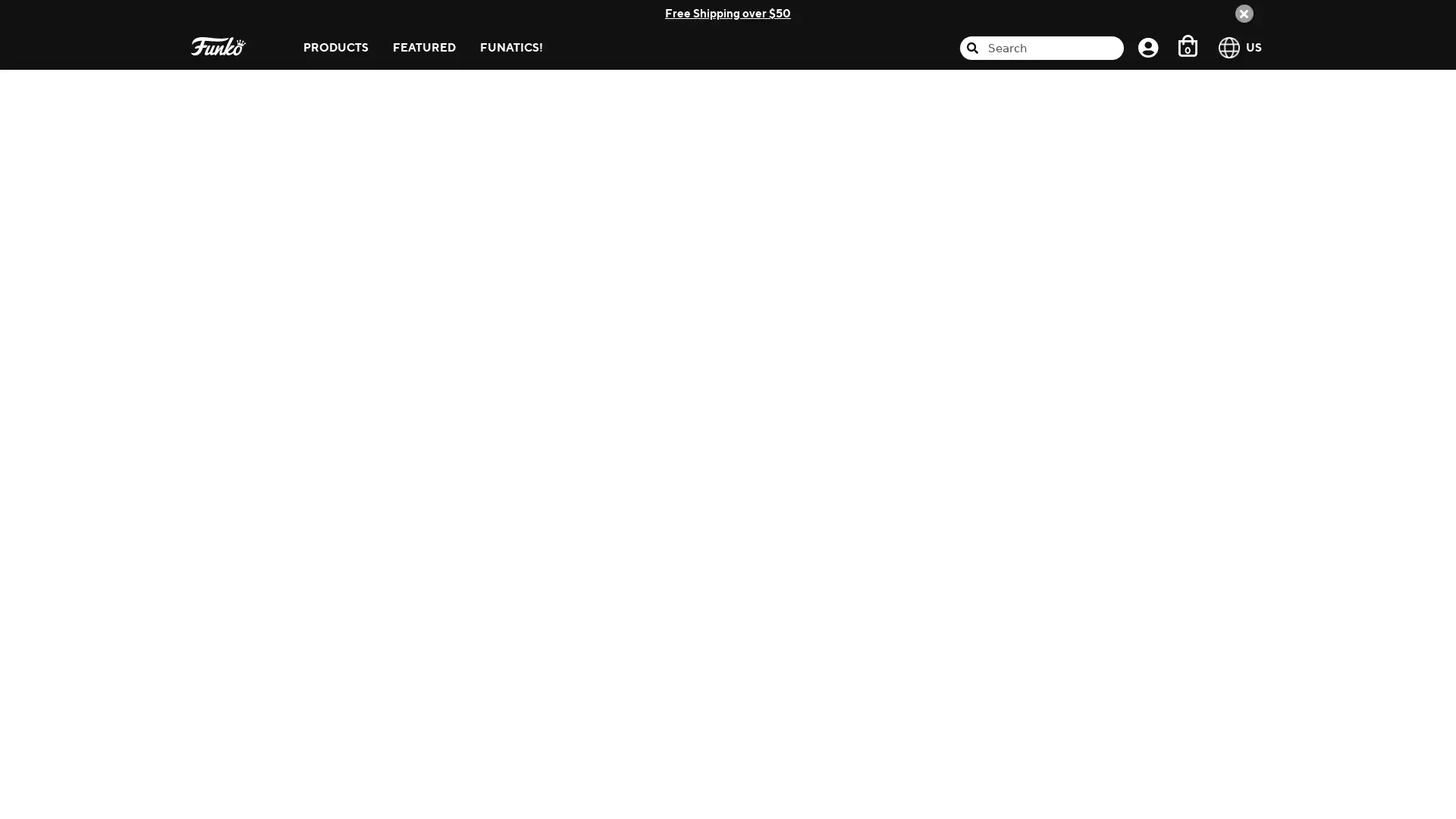  Describe the element at coordinates (466, 26) in the screenshot. I see `FEATURED SUBMENU` at that location.